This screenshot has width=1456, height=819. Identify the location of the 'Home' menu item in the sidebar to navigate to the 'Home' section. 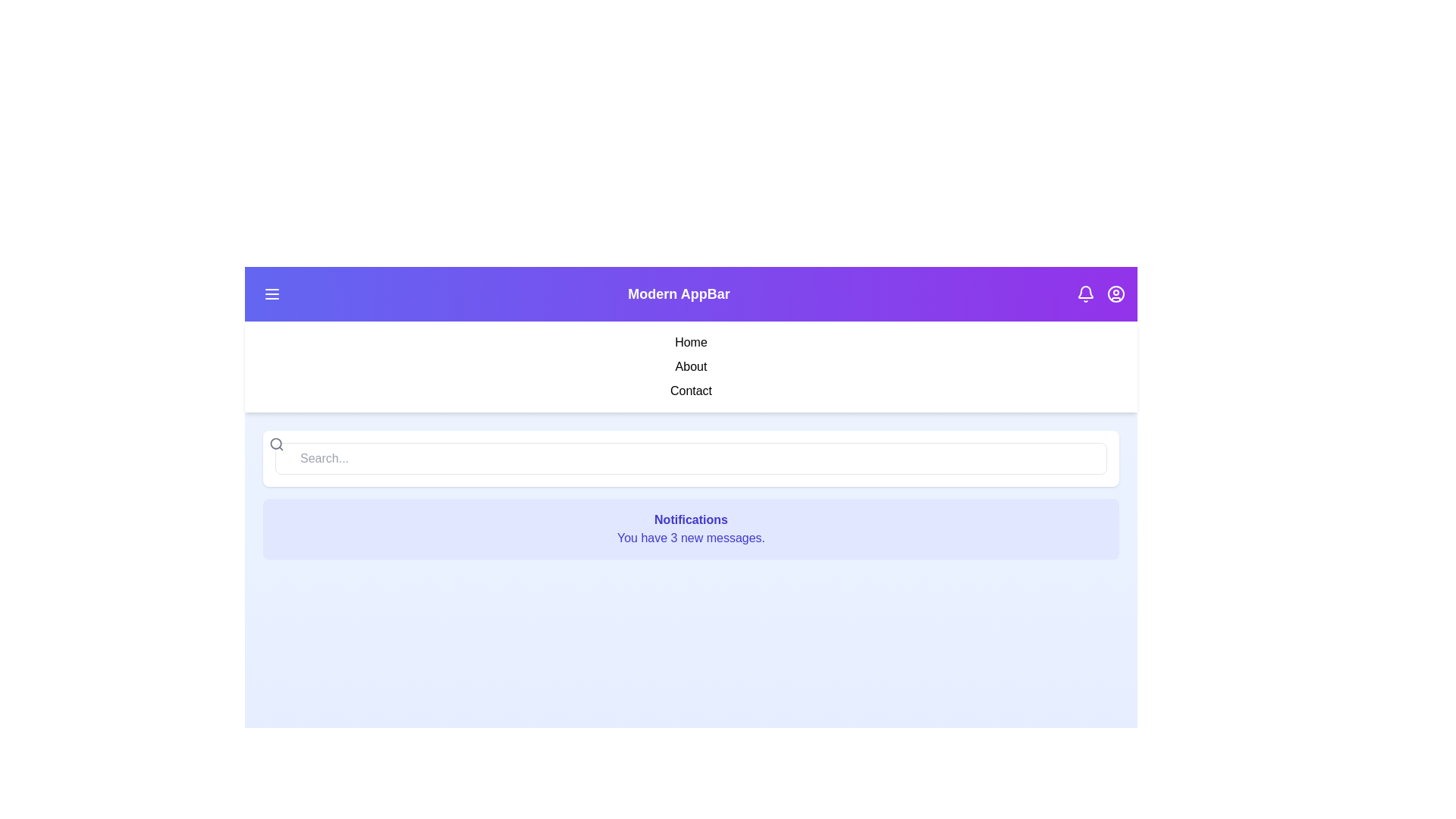
(690, 342).